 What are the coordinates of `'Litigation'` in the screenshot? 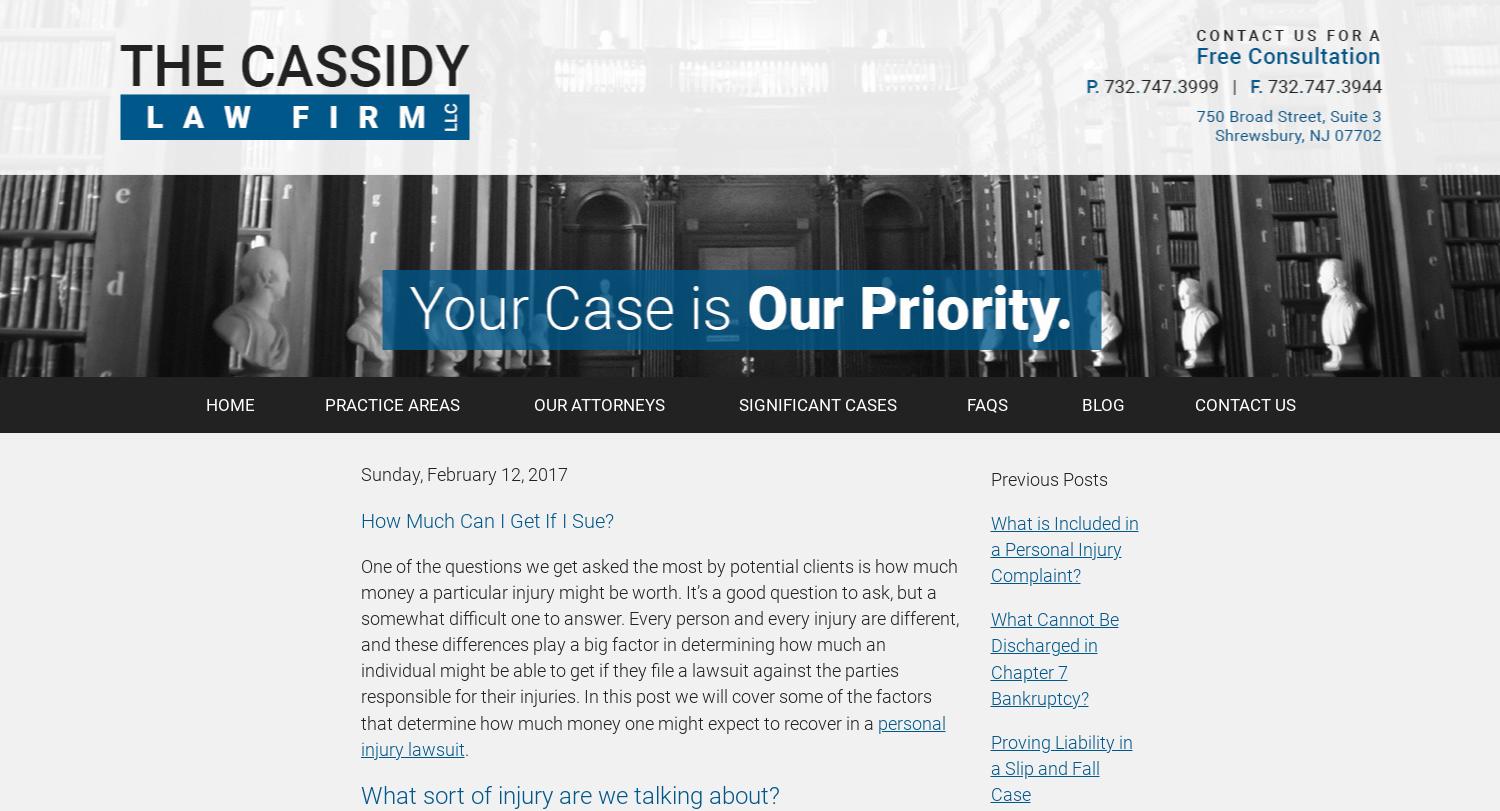 It's located at (141, 185).